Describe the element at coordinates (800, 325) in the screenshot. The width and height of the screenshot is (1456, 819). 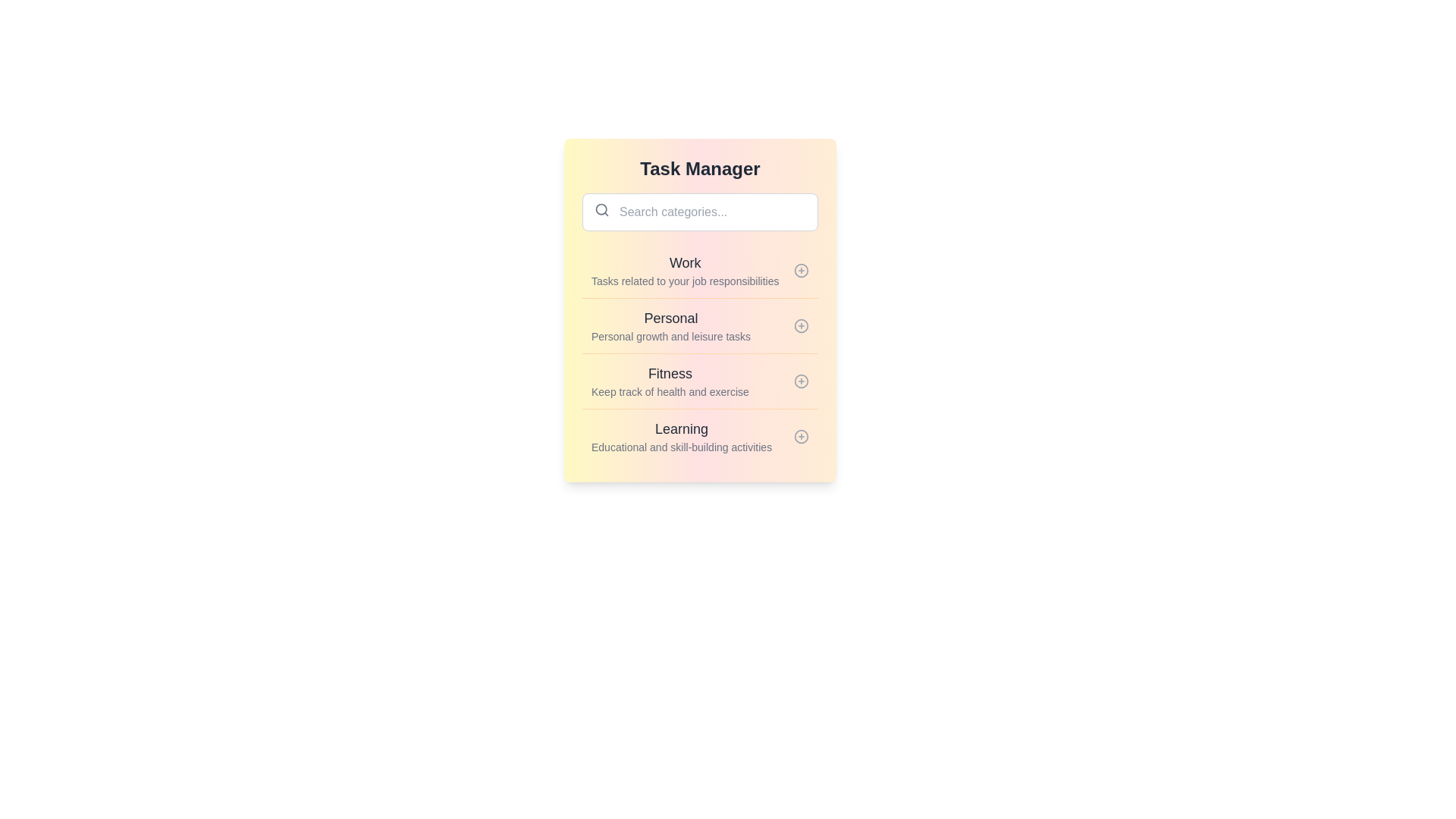
I see `the circular outline icon representing a 'plus' symbol located next to the text 'Personal' in the second row of the 'Task Manager' list` at that location.